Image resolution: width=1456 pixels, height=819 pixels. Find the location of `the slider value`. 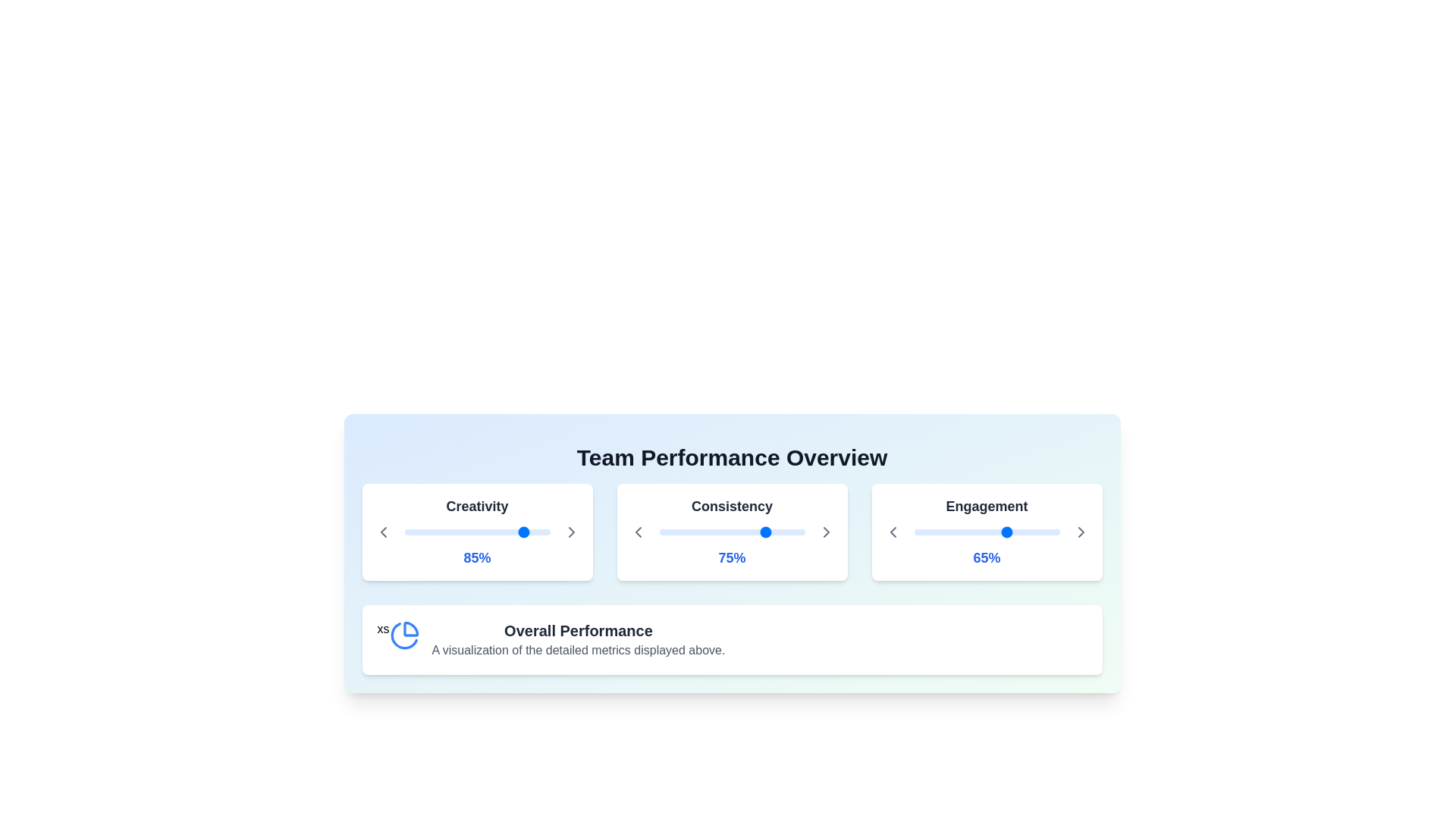

the slider value is located at coordinates (720, 532).